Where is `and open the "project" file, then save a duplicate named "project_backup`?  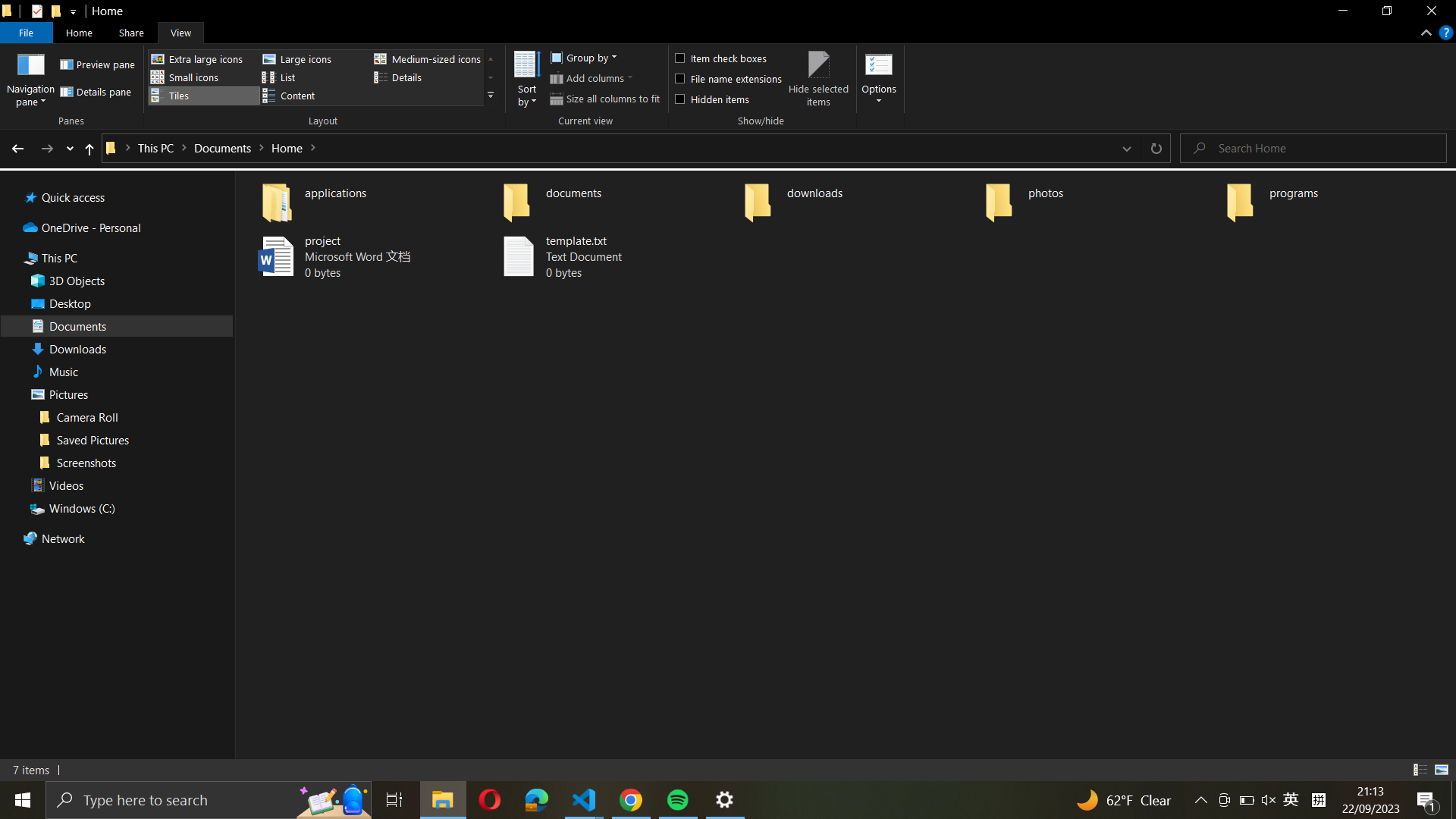 and open the "project" file, then save a duplicate named "project_backup is located at coordinates (361, 256).